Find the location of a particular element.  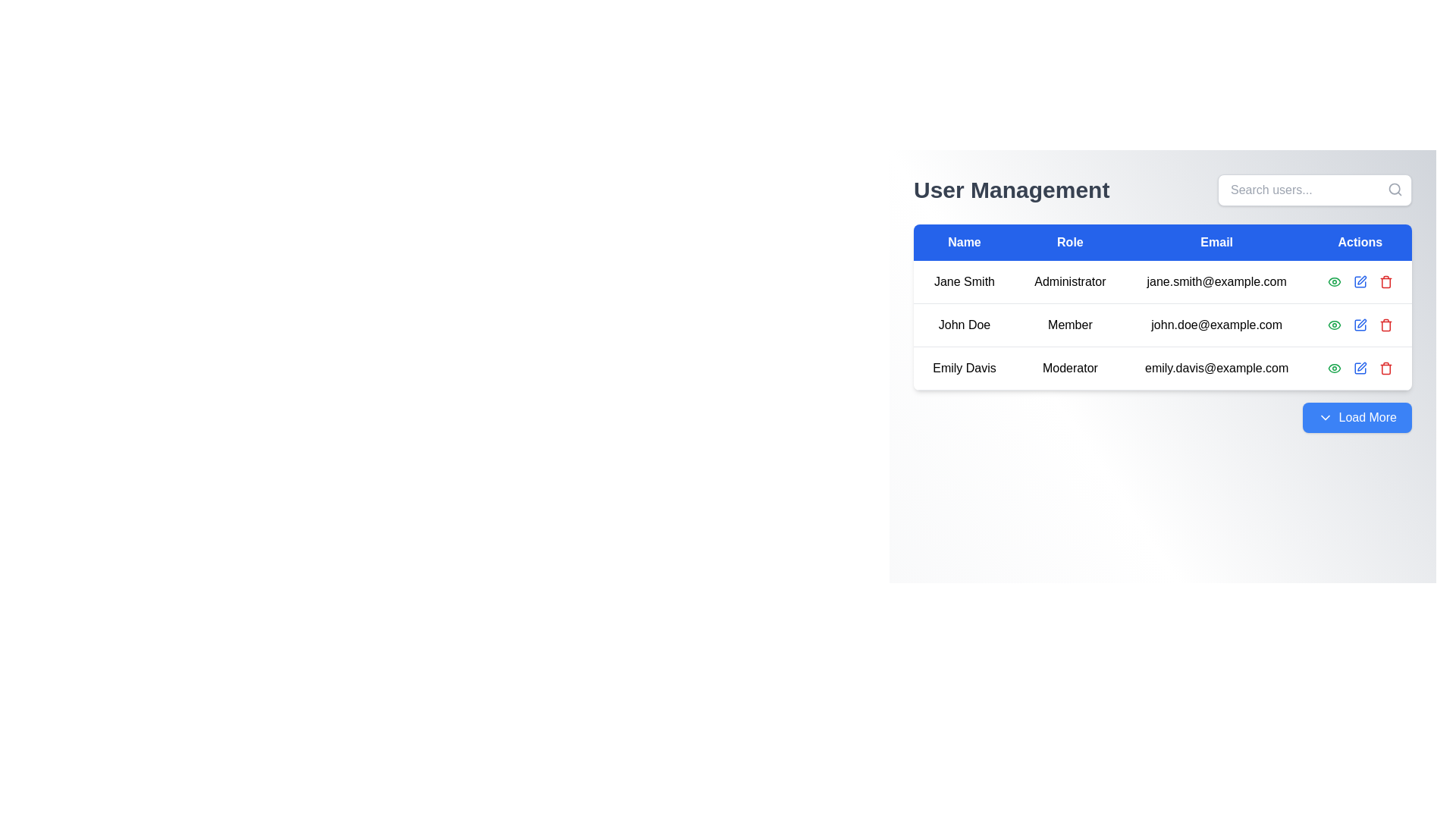

the 'Load More' button, which is a vibrant blue rectangular button with rounded corners and contains the text 'Load More' in white along with a downward arrow icon to its left is located at coordinates (1357, 418).